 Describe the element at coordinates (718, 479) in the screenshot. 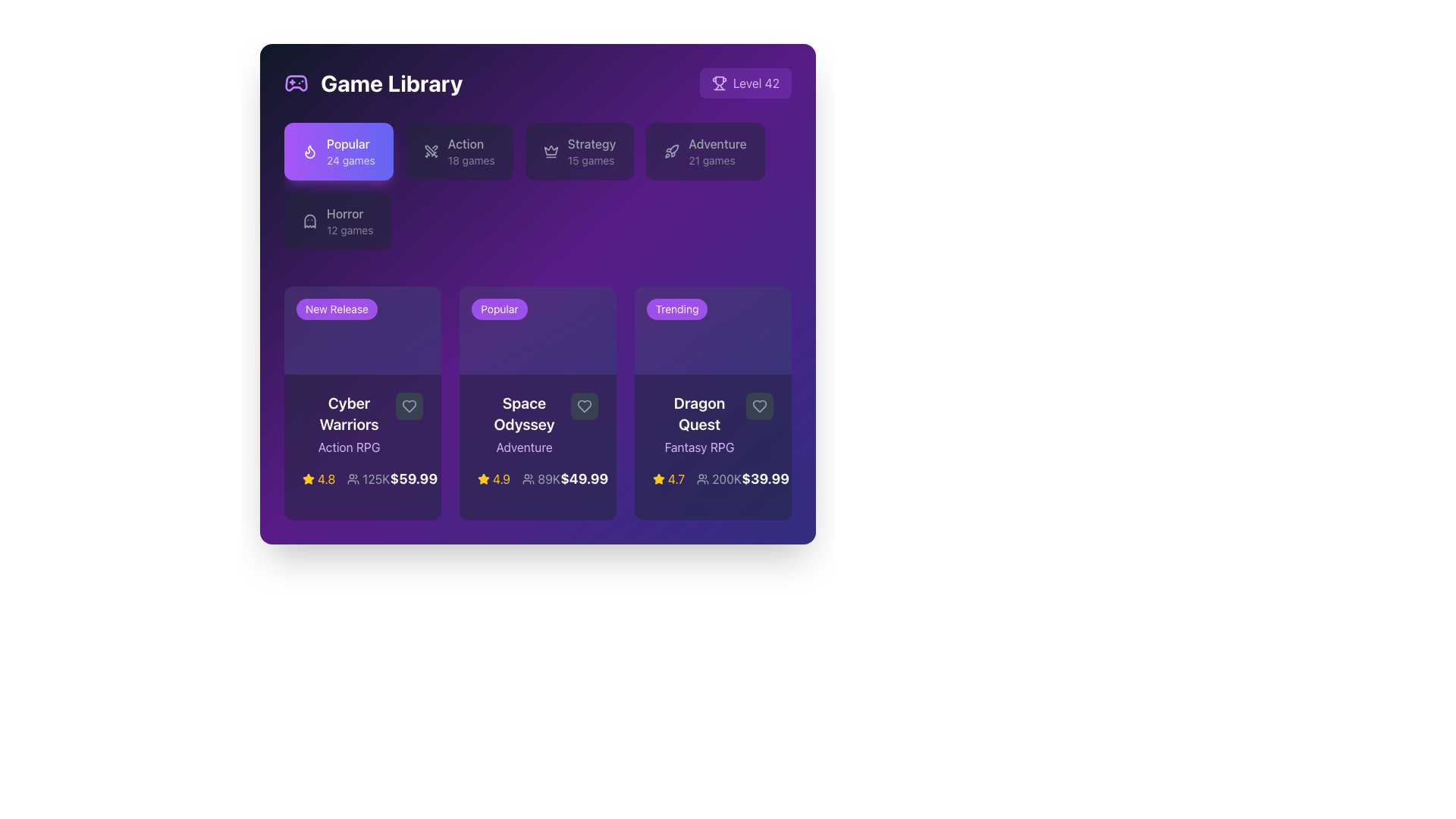

I see `the icon of the '200K' label` at that location.